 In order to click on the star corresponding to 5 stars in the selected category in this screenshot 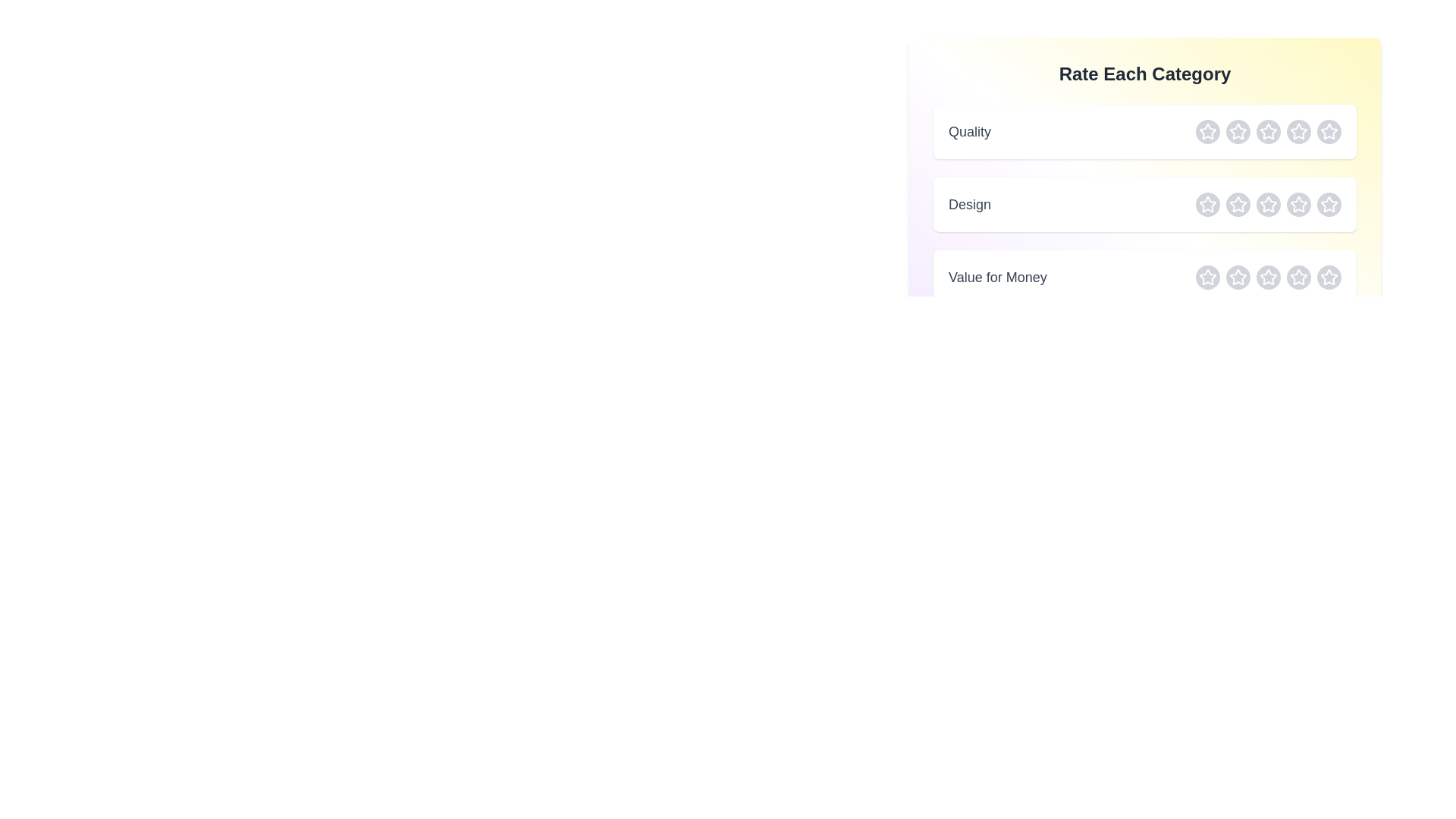, I will do `click(1328, 130)`.